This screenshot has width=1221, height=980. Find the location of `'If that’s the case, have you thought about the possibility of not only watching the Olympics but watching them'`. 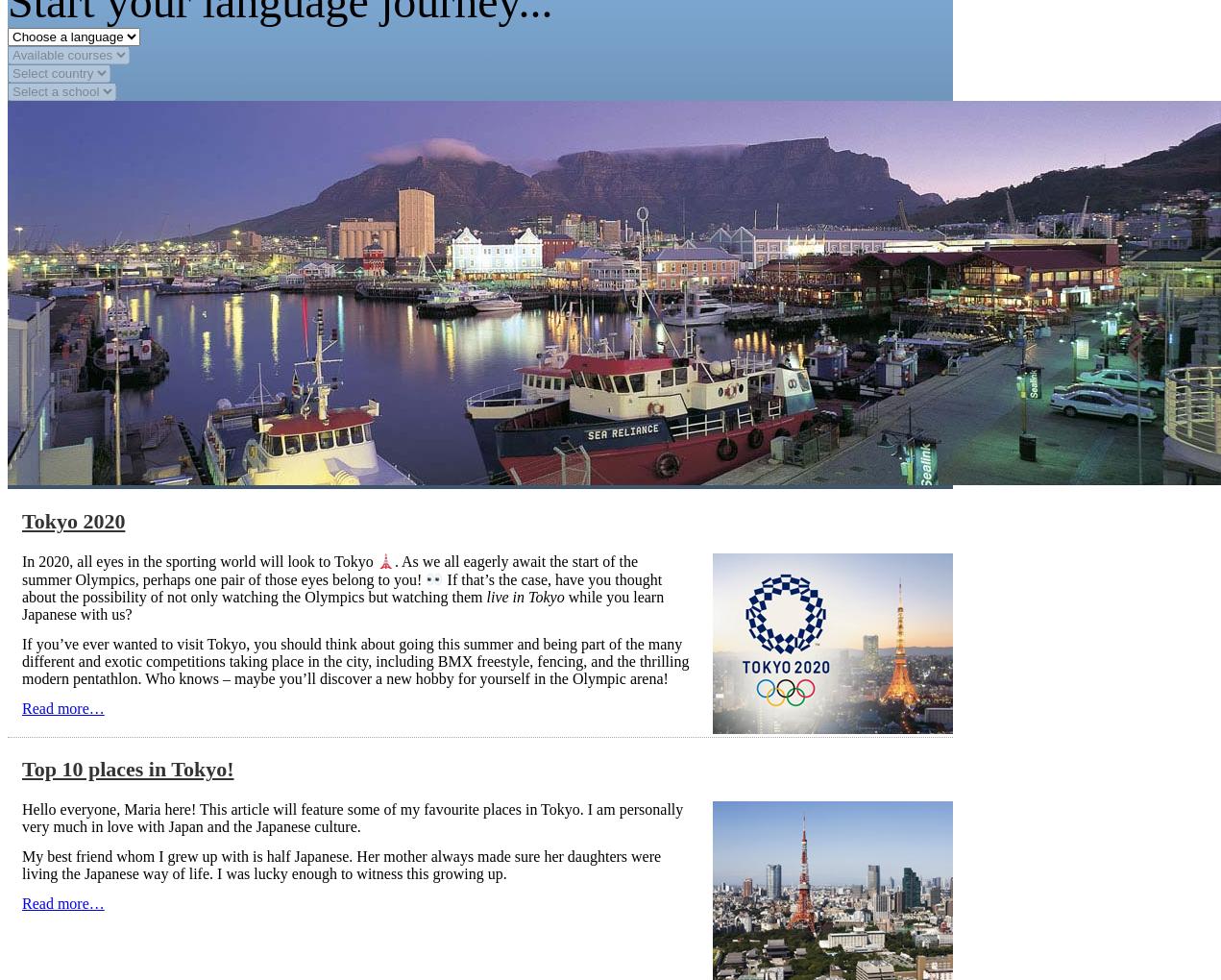

'If that’s the case, have you thought about the possibility of not only watching the Olympics but watching them' is located at coordinates (341, 586).